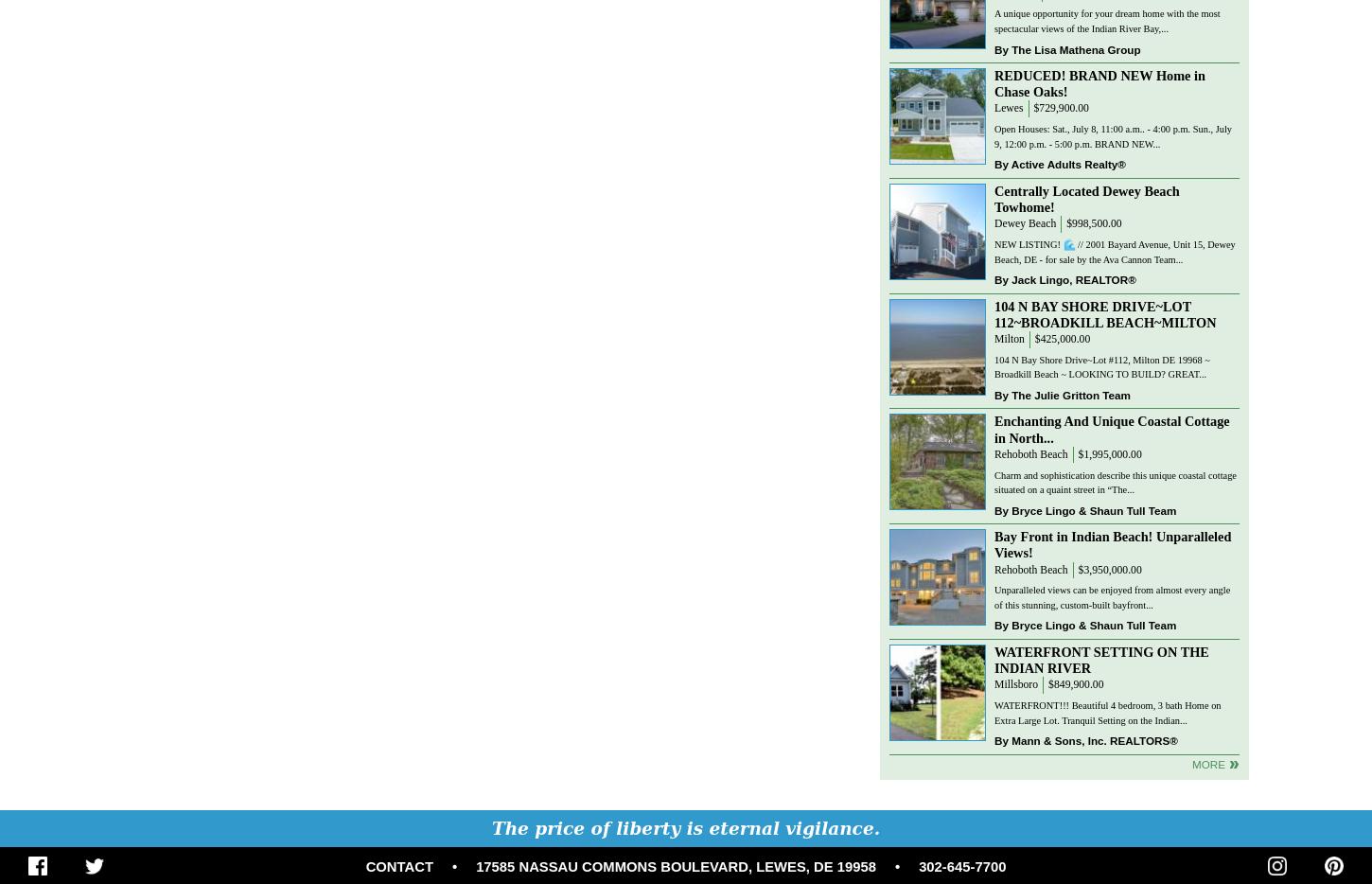  What do you see at coordinates (1011, 48) in the screenshot?
I see `'The Lisa Mathena Group'` at bounding box center [1011, 48].